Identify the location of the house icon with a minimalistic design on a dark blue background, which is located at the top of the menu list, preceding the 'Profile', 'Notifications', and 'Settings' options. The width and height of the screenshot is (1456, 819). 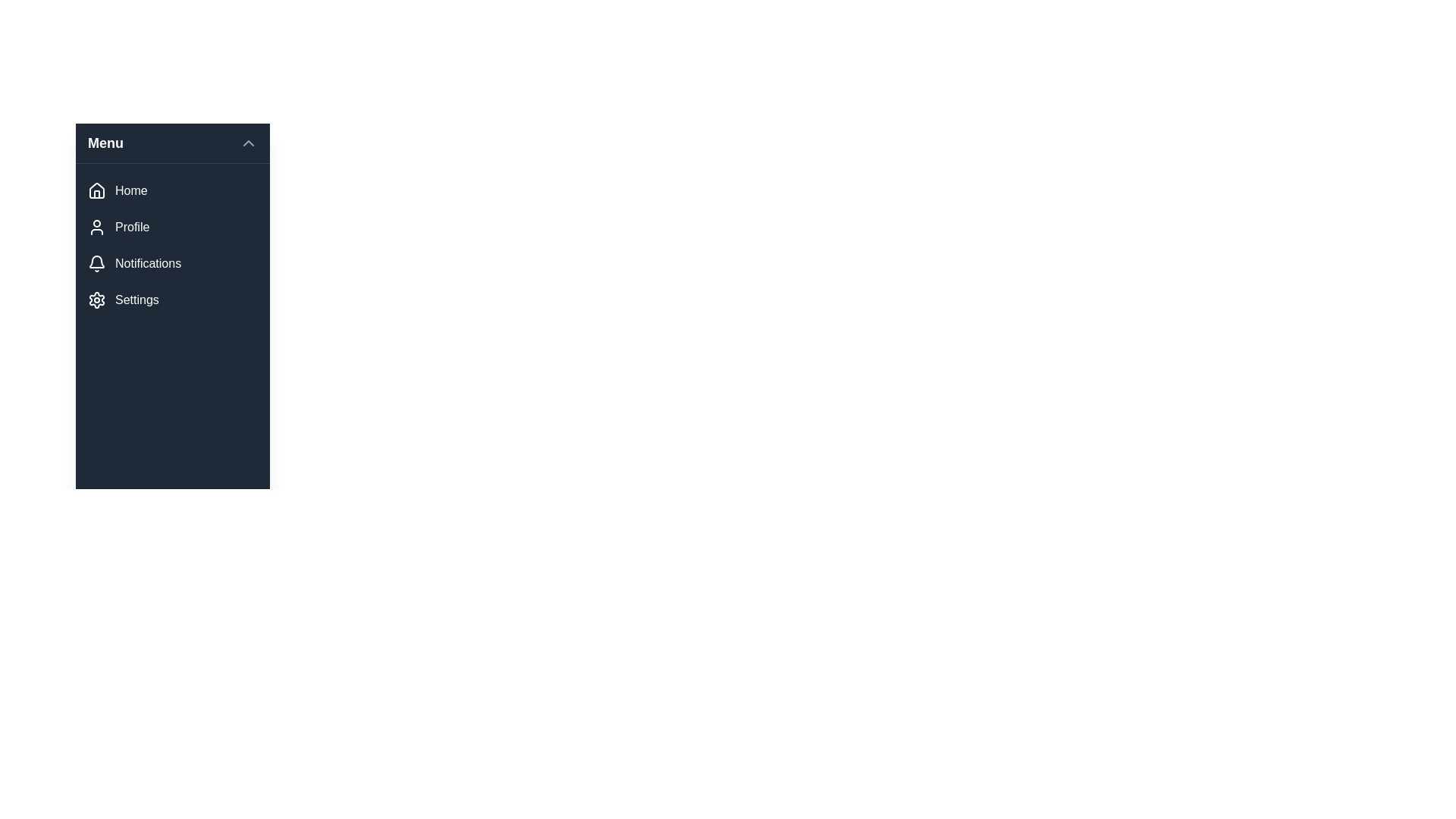
(96, 190).